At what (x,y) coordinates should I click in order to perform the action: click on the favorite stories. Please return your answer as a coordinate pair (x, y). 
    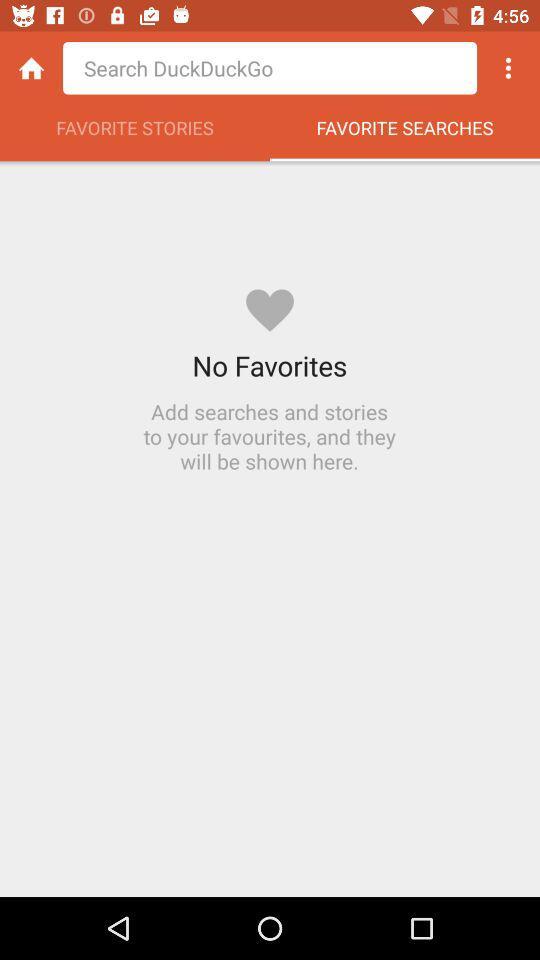
    Looking at the image, I should click on (135, 132).